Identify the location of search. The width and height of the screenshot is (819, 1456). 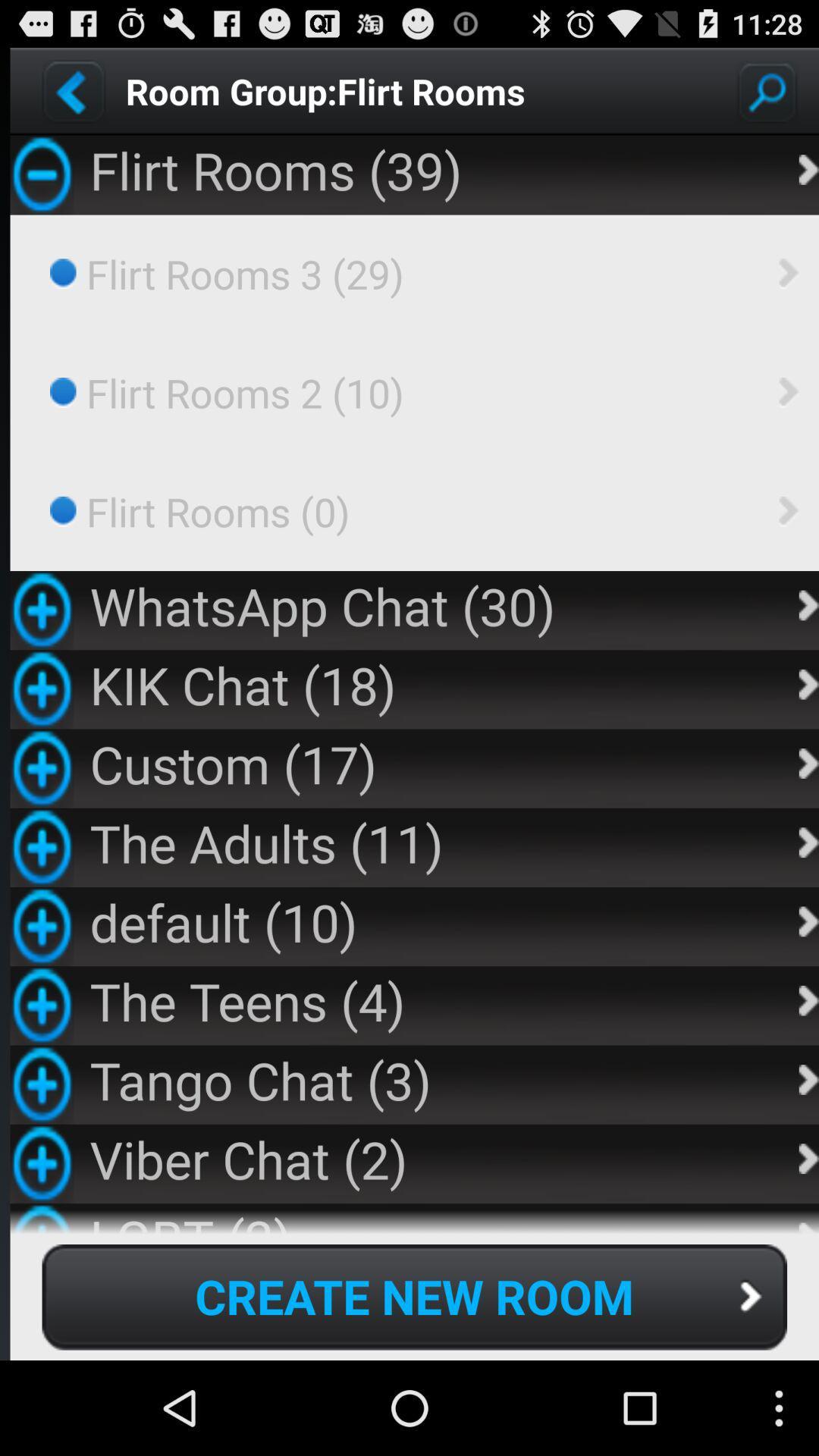
(767, 90).